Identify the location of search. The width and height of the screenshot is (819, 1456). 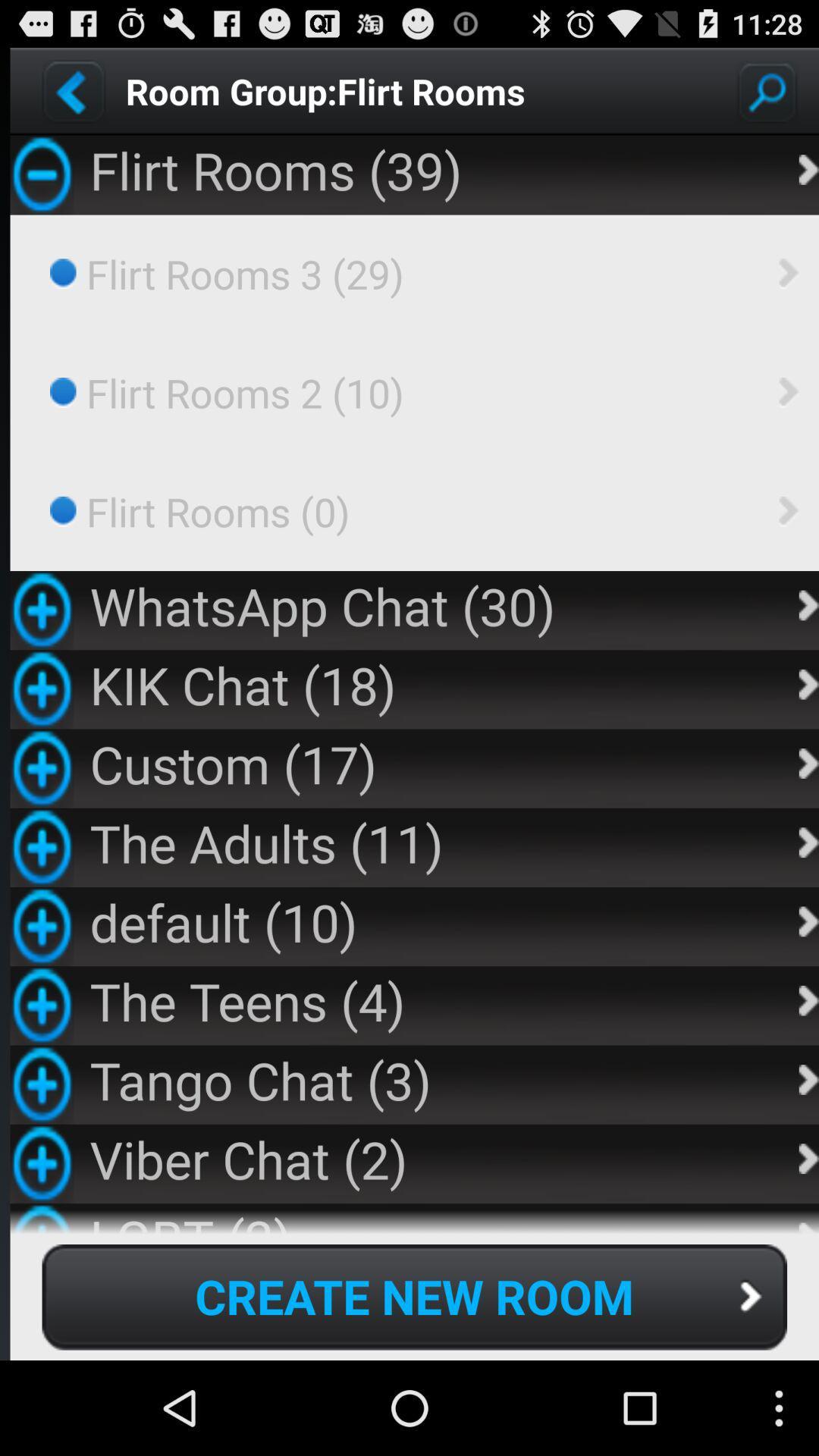
(767, 90).